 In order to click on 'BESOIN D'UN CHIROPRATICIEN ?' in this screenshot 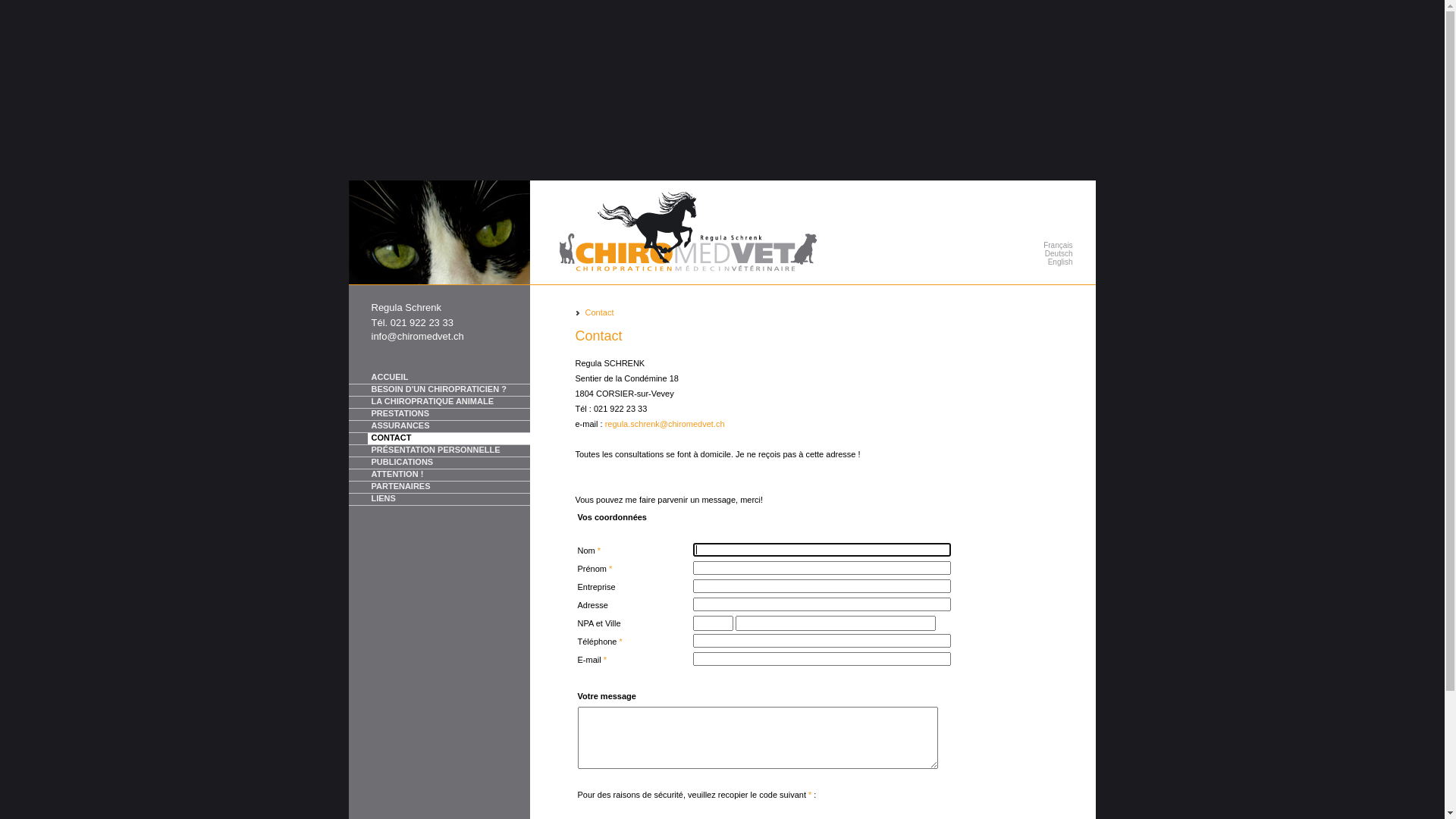, I will do `click(438, 390)`.